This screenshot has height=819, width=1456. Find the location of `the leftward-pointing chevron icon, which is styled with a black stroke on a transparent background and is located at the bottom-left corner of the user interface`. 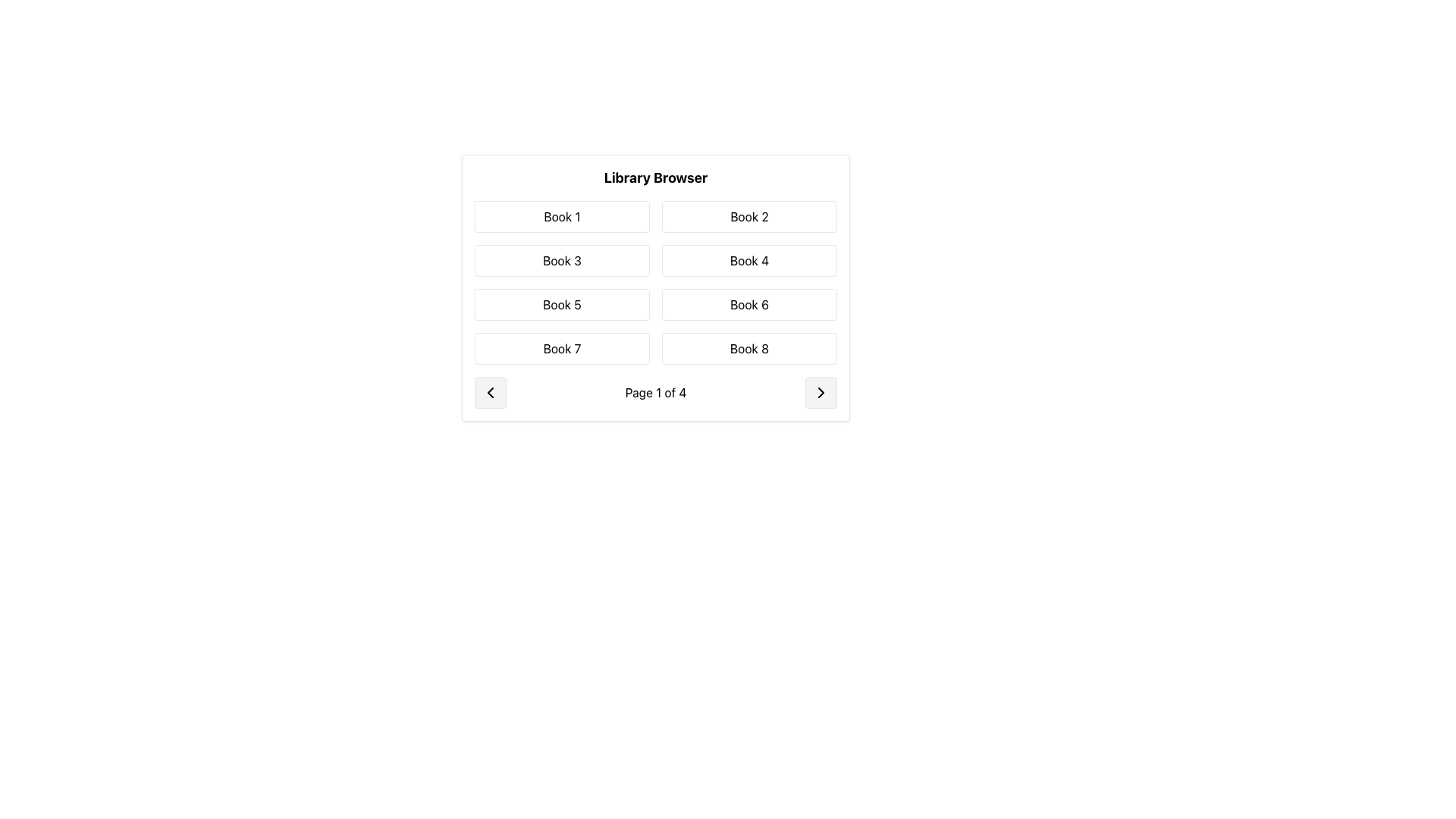

the leftward-pointing chevron icon, which is styled with a black stroke on a transparent background and is located at the bottom-left corner of the user interface is located at coordinates (491, 391).